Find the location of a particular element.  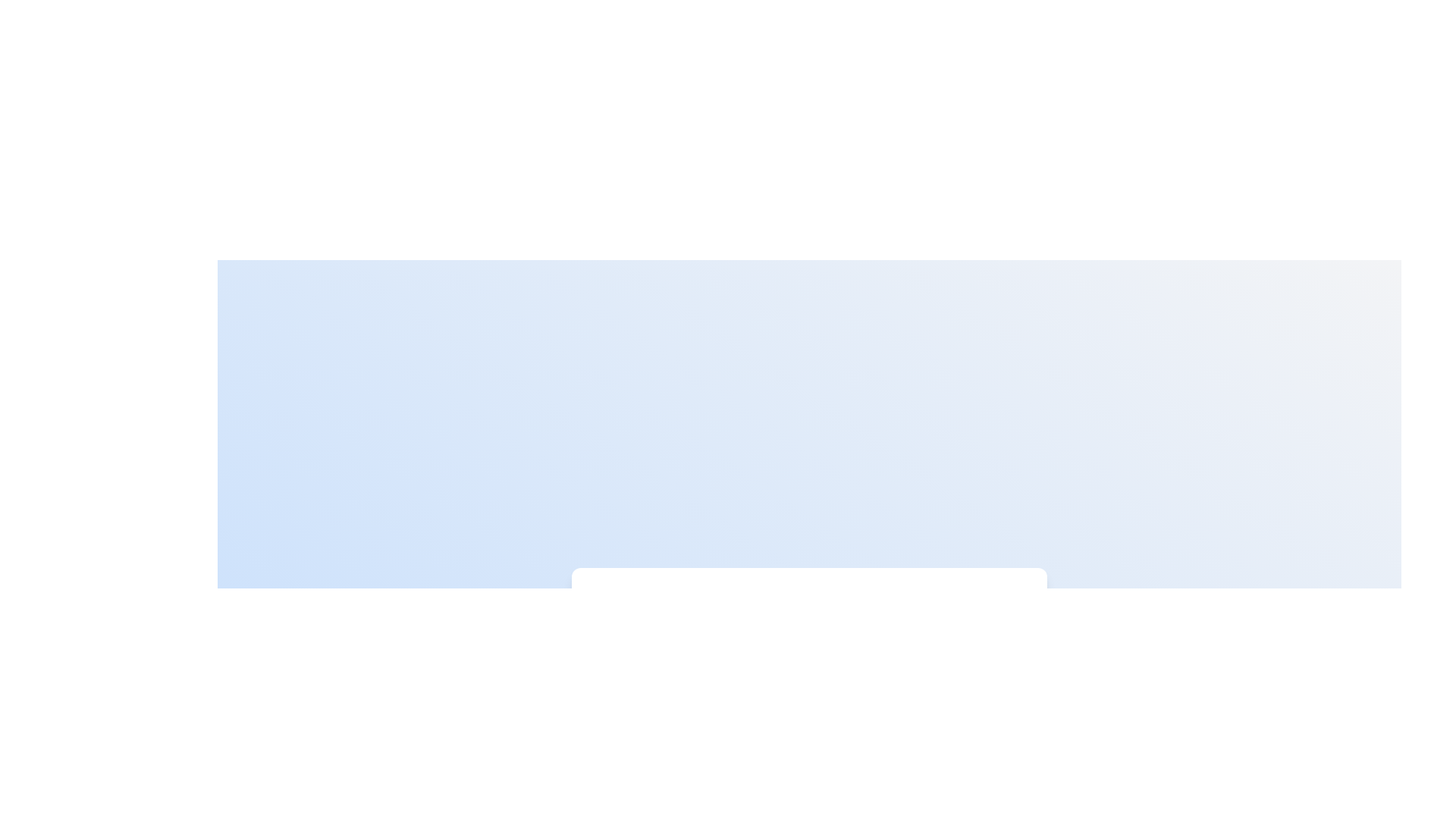

the icon of the tab labeled Dashboard to activate it is located at coordinates (620, 610).